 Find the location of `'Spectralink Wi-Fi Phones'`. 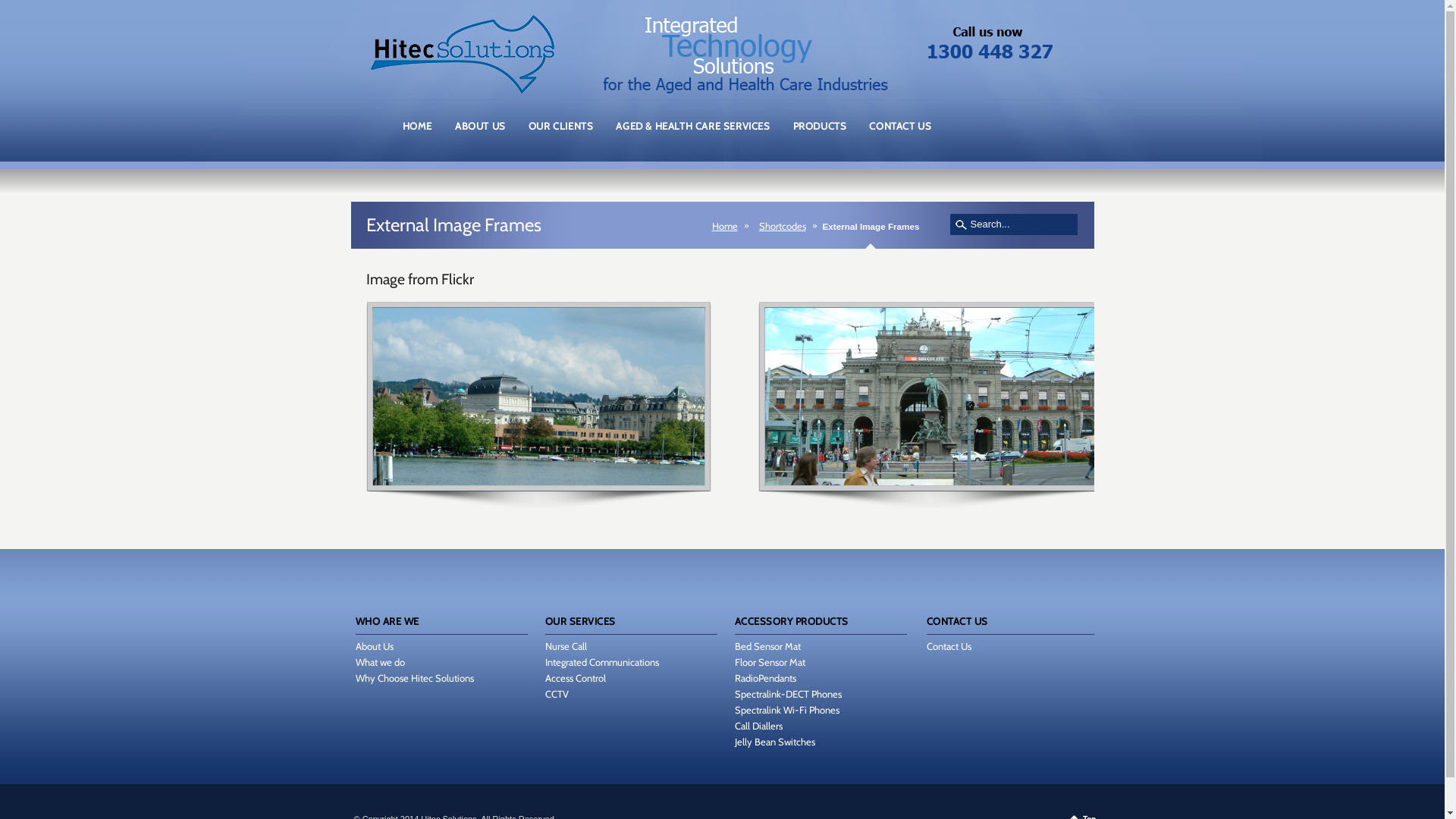

'Spectralink Wi-Fi Phones' is located at coordinates (786, 710).